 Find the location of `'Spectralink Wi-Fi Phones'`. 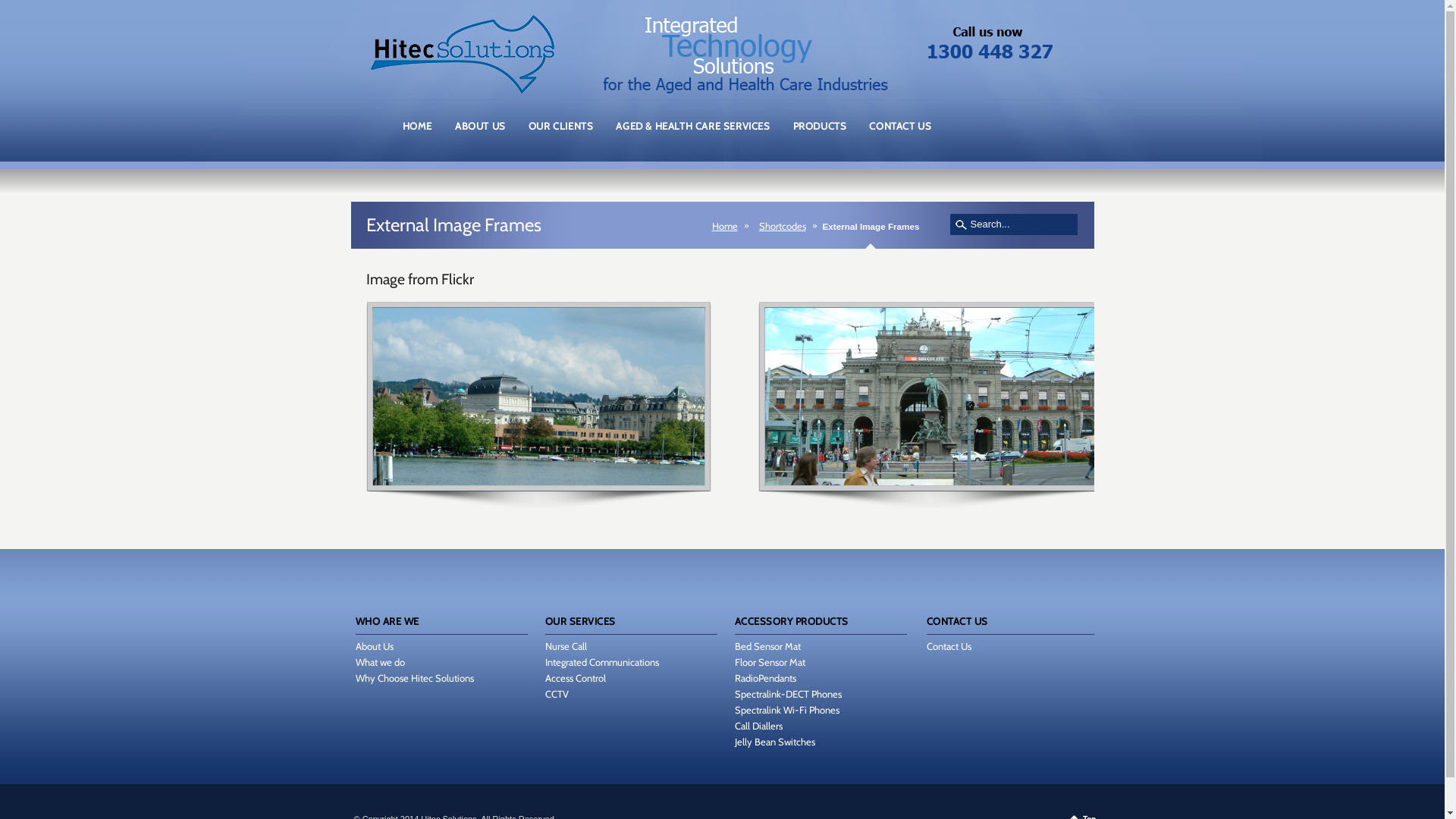

'Spectralink Wi-Fi Phones' is located at coordinates (786, 710).